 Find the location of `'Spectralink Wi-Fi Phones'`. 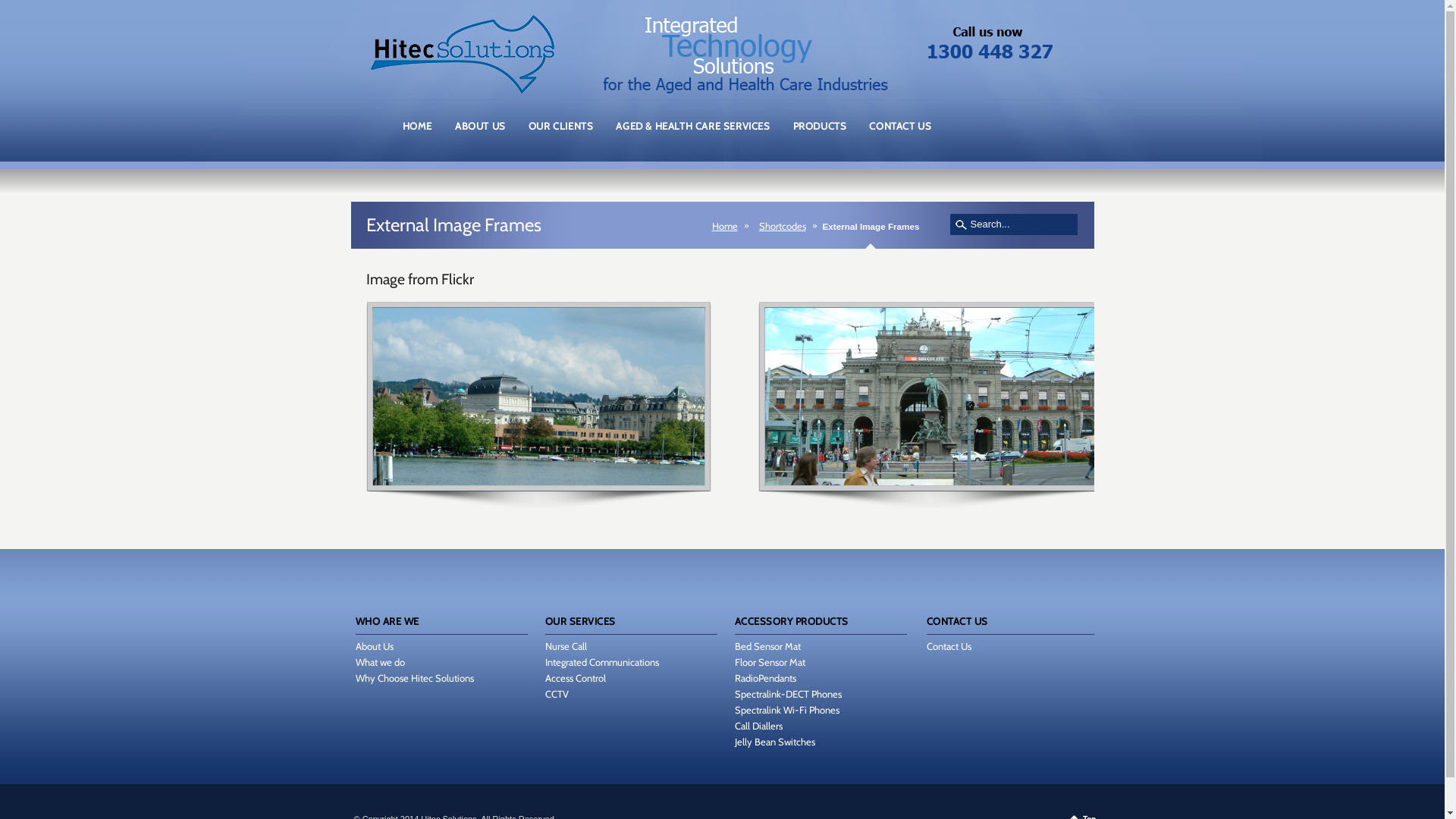

'Spectralink Wi-Fi Phones' is located at coordinates (786, 710).